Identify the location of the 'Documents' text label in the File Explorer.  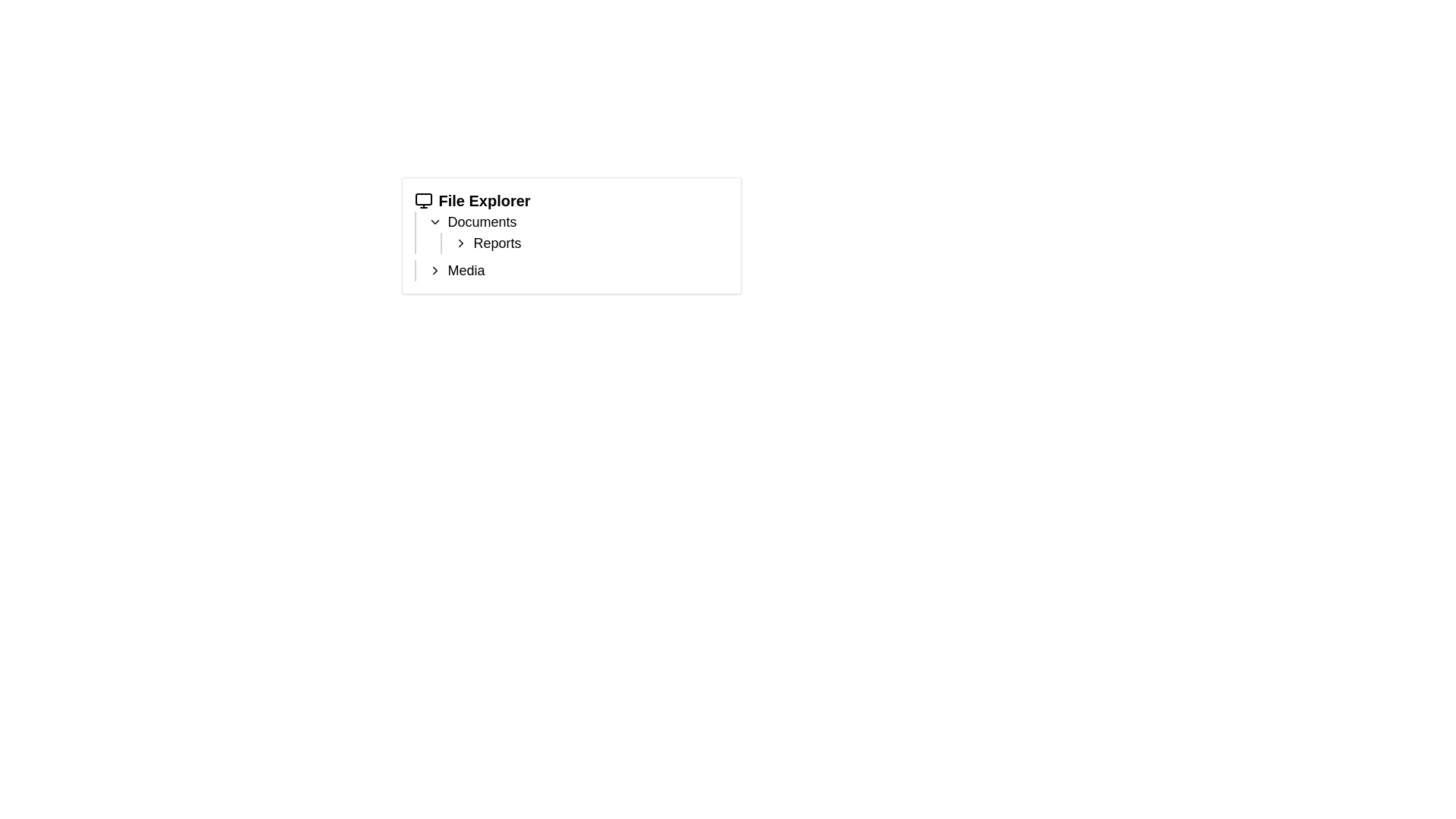
(482, 222).